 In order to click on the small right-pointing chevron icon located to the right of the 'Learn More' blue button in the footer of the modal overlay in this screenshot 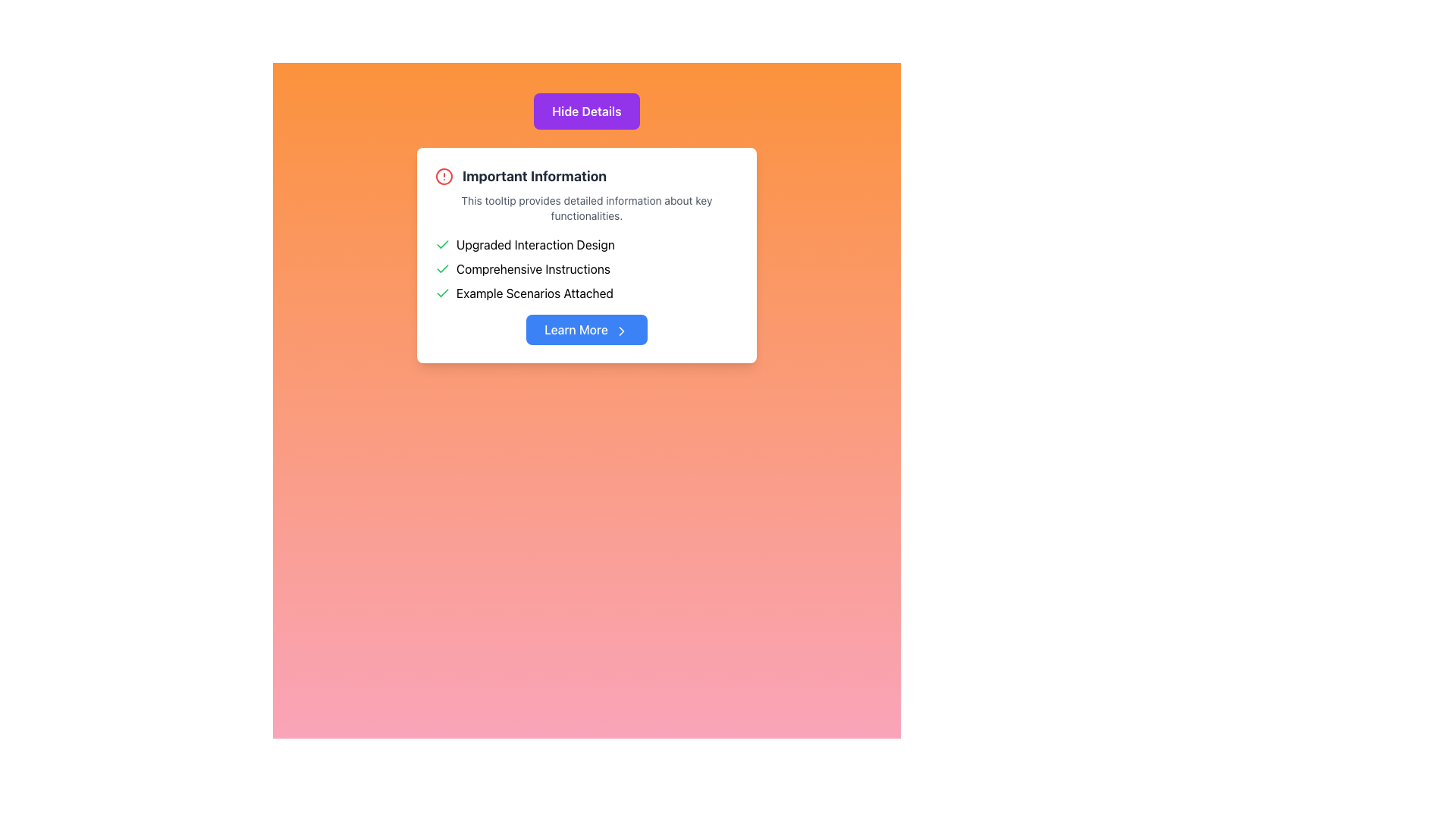, I will do `click(621, 330)`.